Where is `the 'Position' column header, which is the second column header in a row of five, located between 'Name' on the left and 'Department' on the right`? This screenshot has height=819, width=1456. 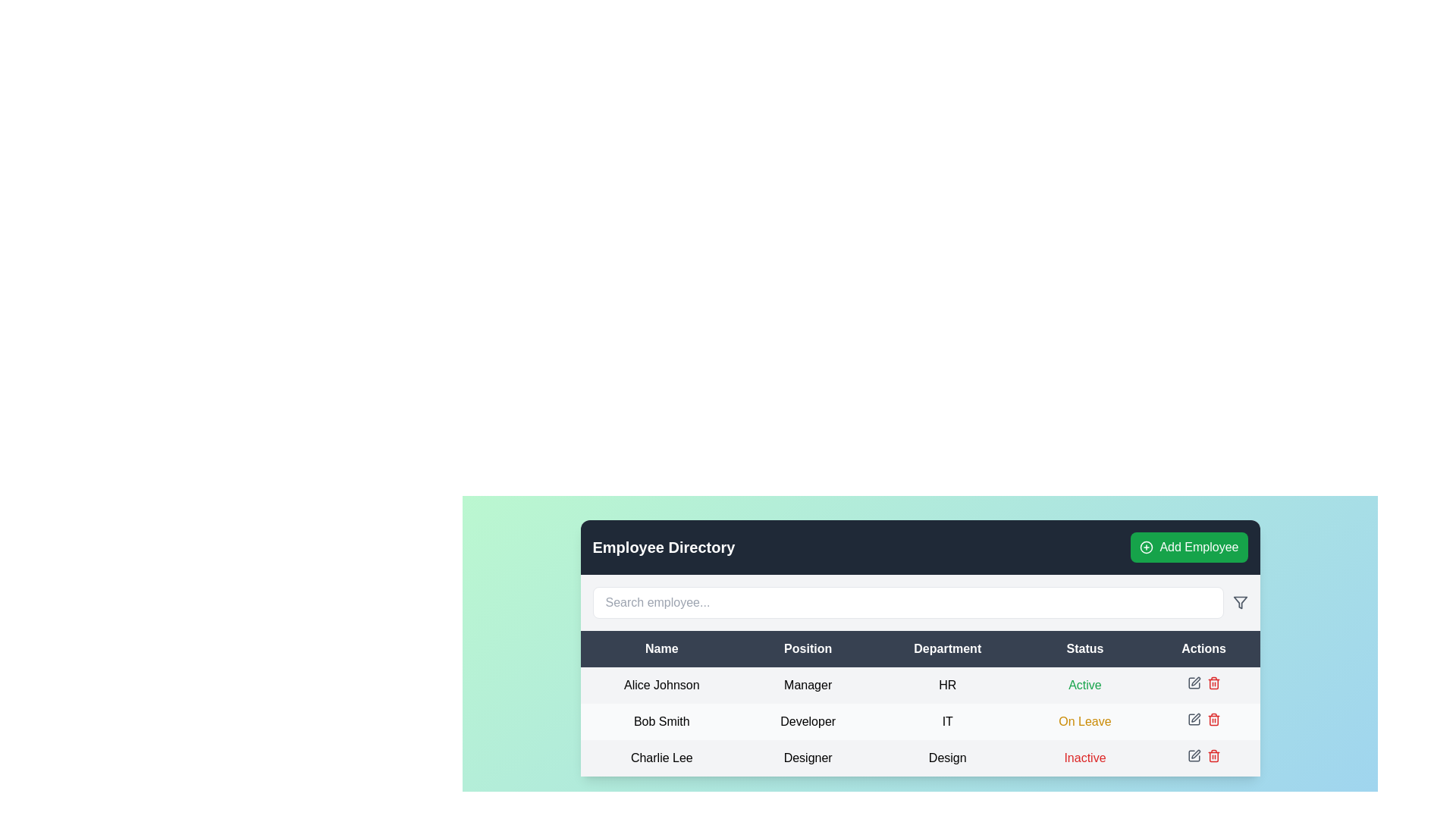 the 'Position' column header, which is the second column header in a row of five, located between 'Name' on the left and 'Department' on the right is located at coordinates (807, 648).